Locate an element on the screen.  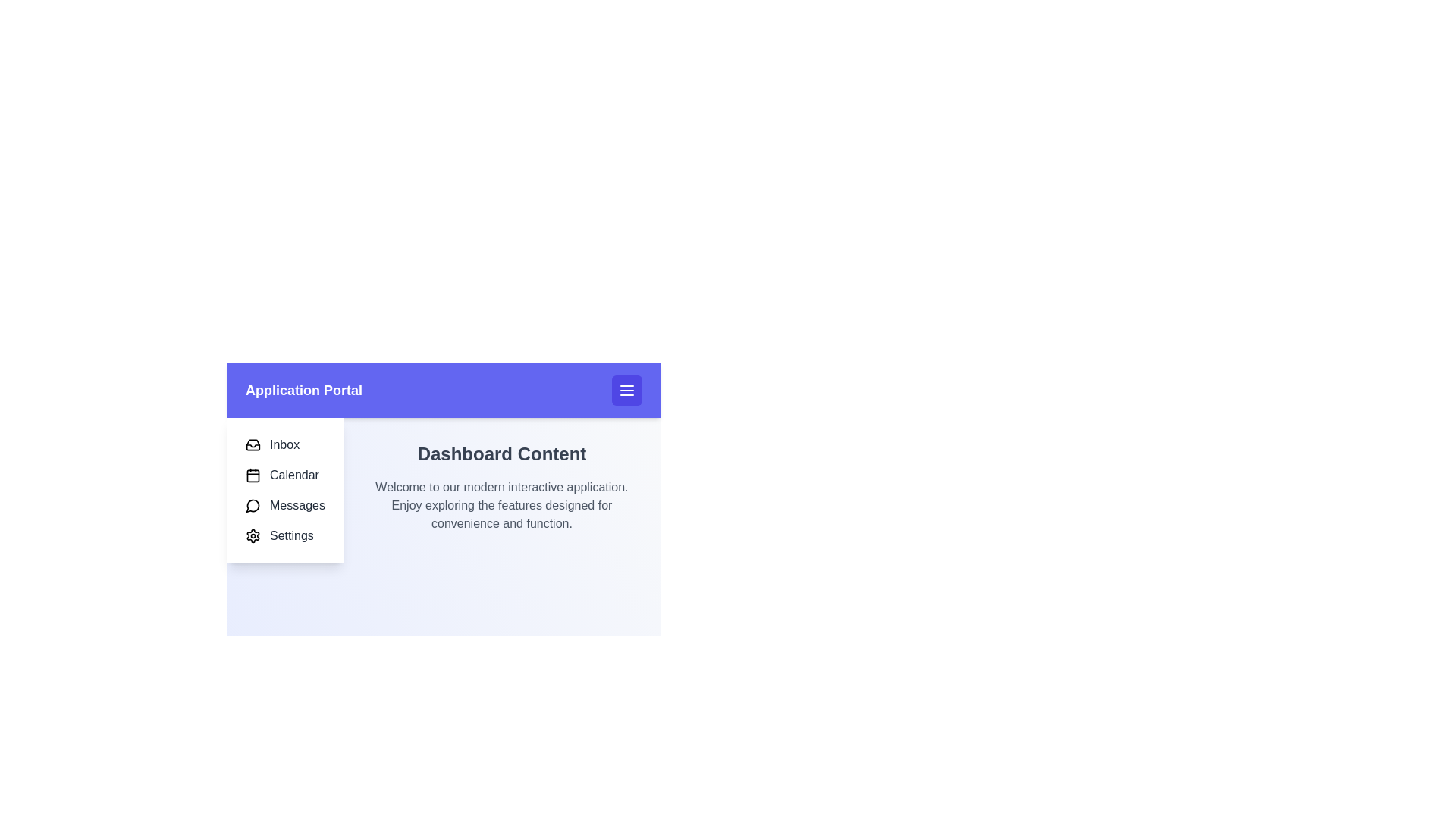
the 'Messages' item in the sidebar menu is located at coordinates (285, 491).